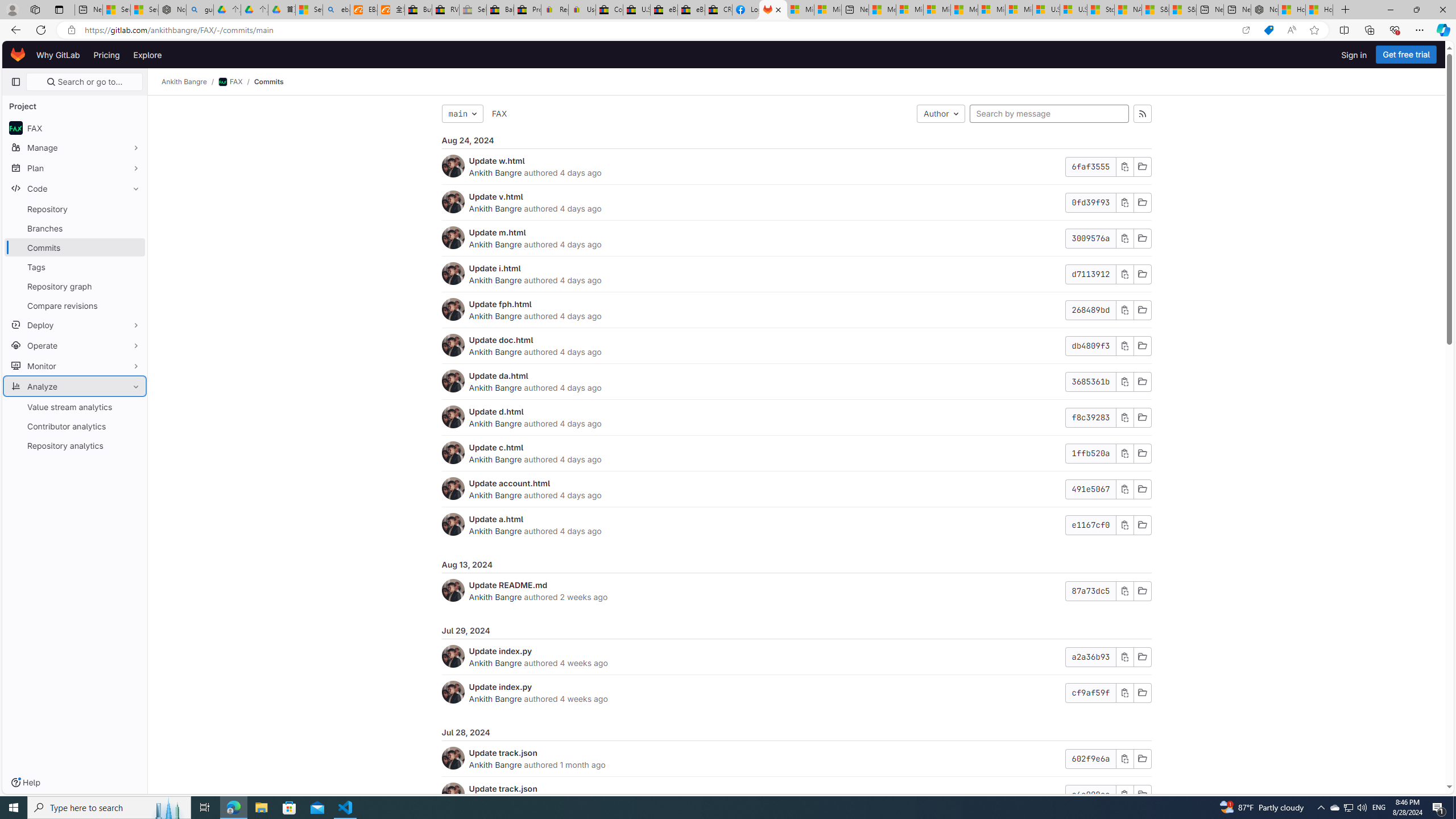  I want to click on 'main', so click(461, 113).